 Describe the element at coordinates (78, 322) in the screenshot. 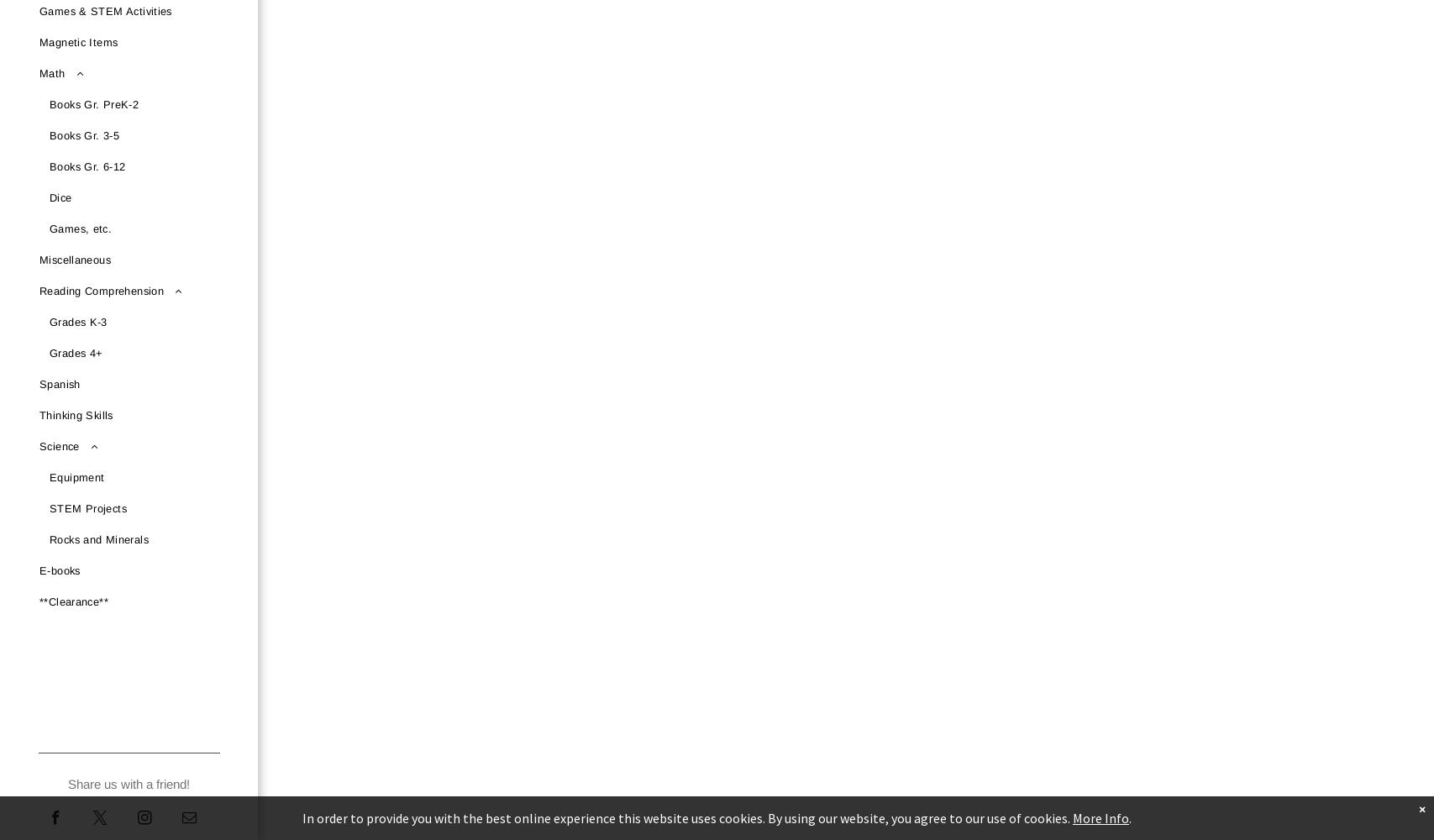

I see `'Grades K-3'` at that location.